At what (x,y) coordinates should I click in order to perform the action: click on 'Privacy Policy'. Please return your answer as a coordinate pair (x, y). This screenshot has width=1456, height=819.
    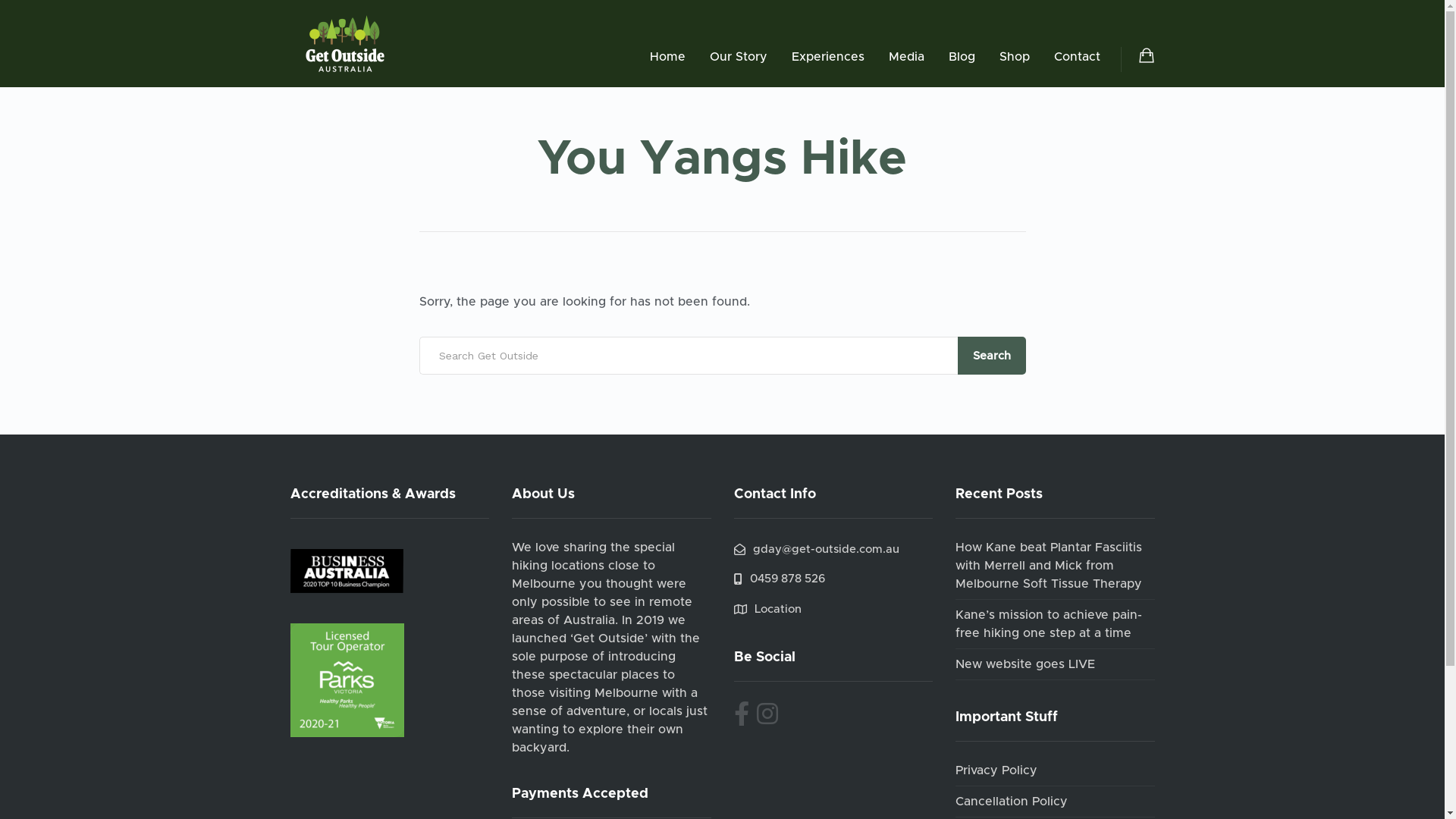
    Looking at the image, I should click on (996, 770).